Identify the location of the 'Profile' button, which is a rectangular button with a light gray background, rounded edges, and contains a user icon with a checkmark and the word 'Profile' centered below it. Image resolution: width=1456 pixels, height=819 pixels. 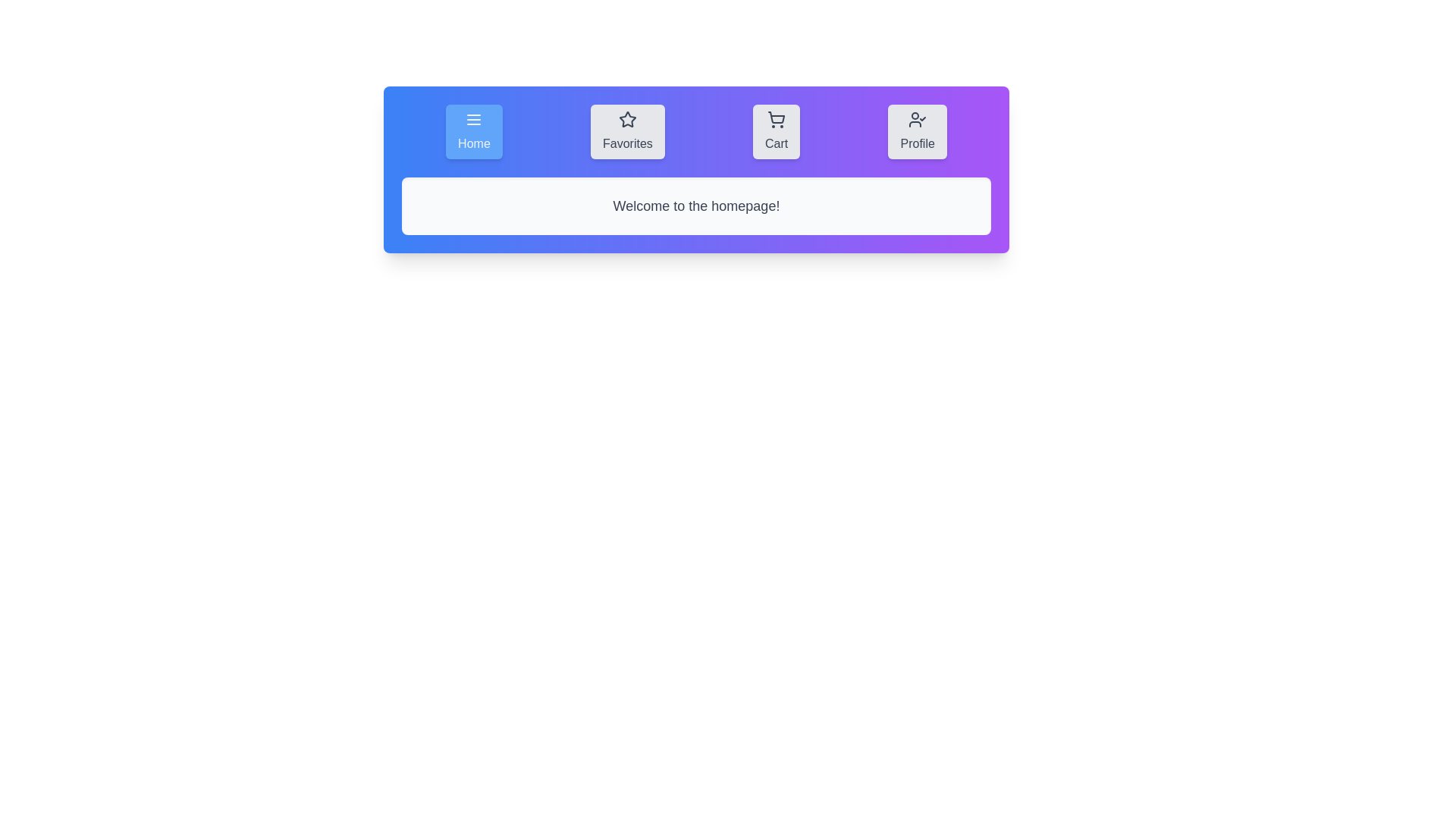
(917, 130).